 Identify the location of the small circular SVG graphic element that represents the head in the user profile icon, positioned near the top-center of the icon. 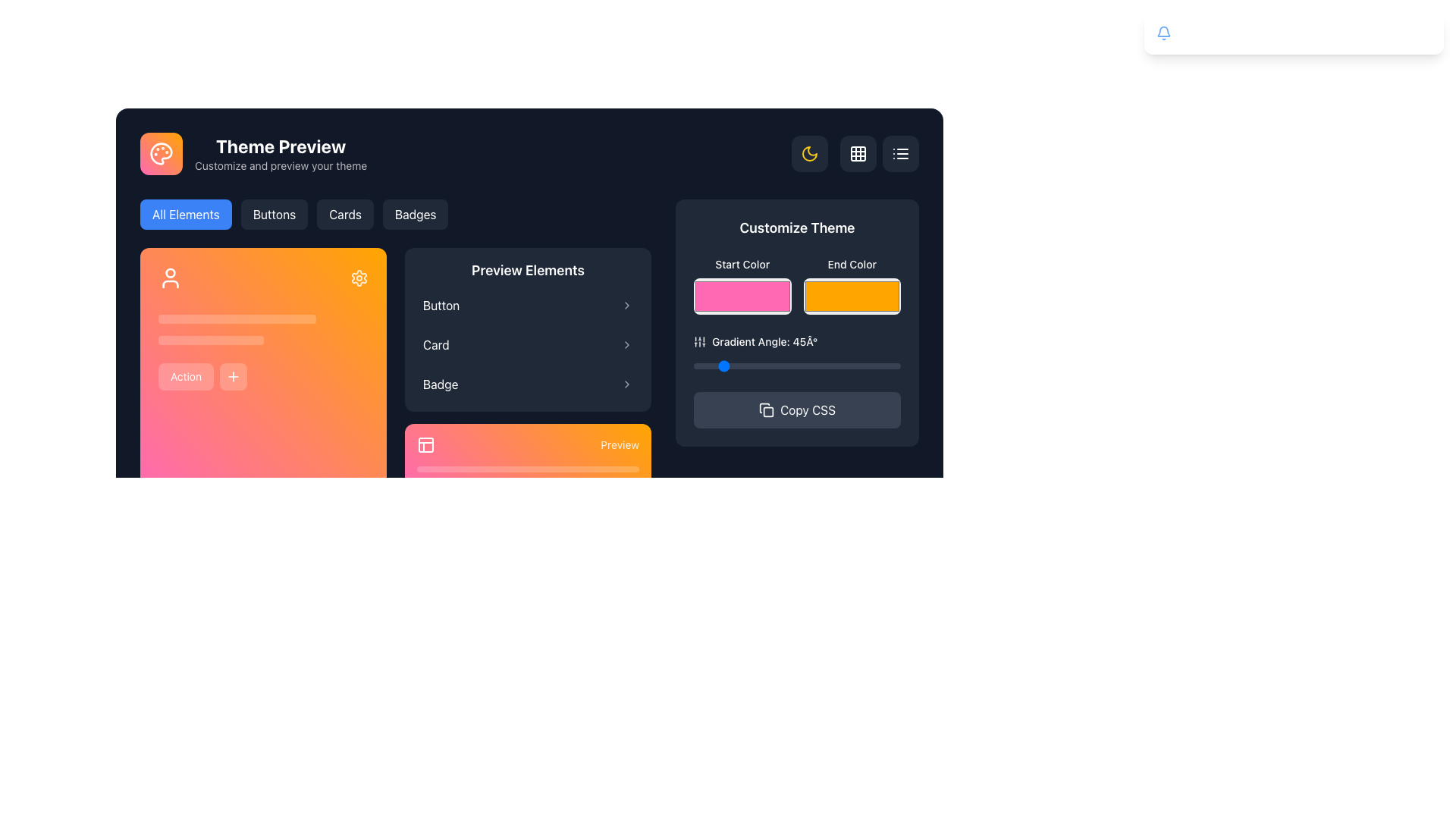
(171, 271).